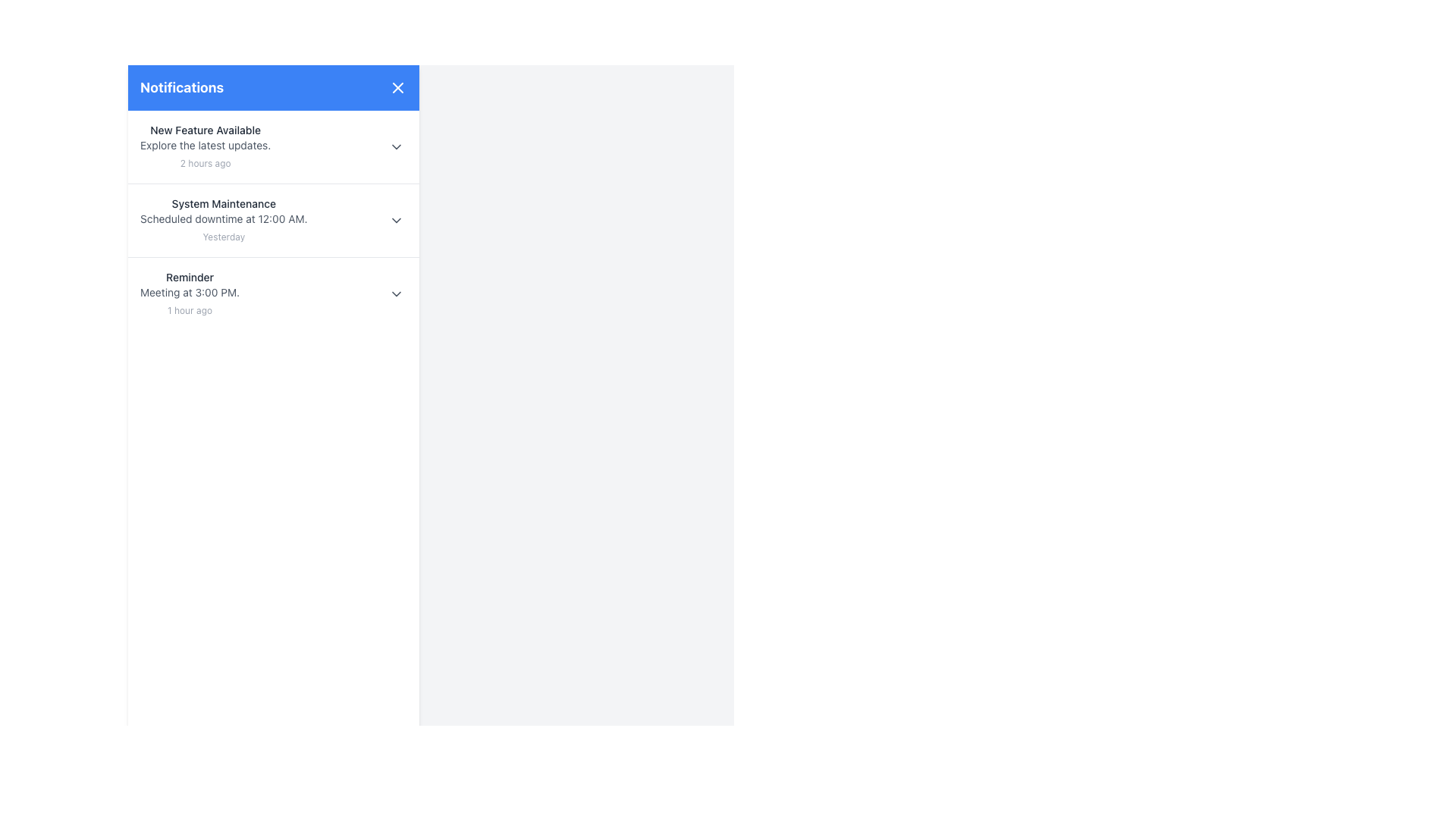  What do you see at coordinates (397, 220) in the screenshot?
I see `the button/icon that expands or collapses additional details for the 'System Maintenance' notification entry` at bounding box center [397, 220].